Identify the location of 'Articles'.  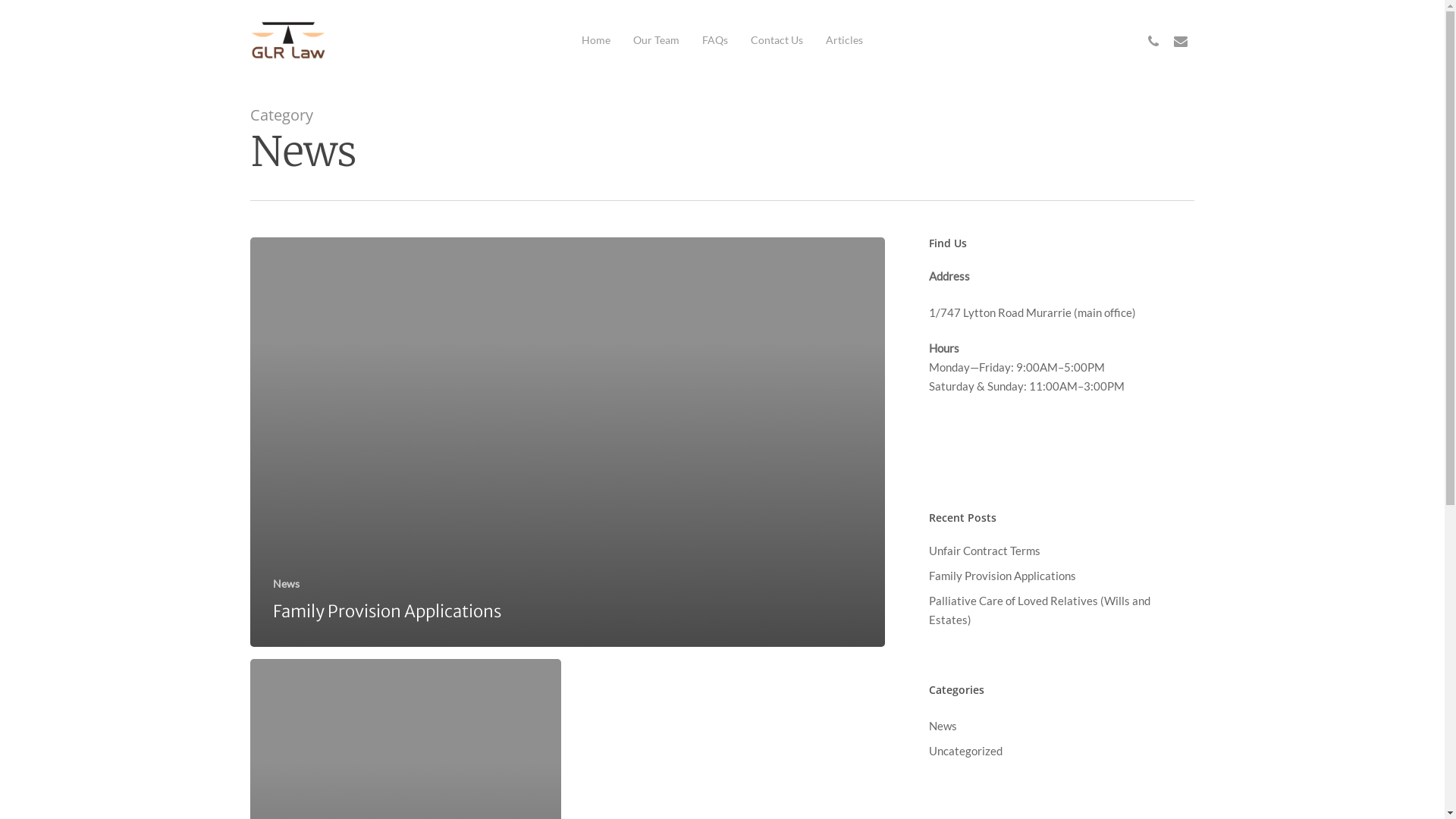
(843, 39).